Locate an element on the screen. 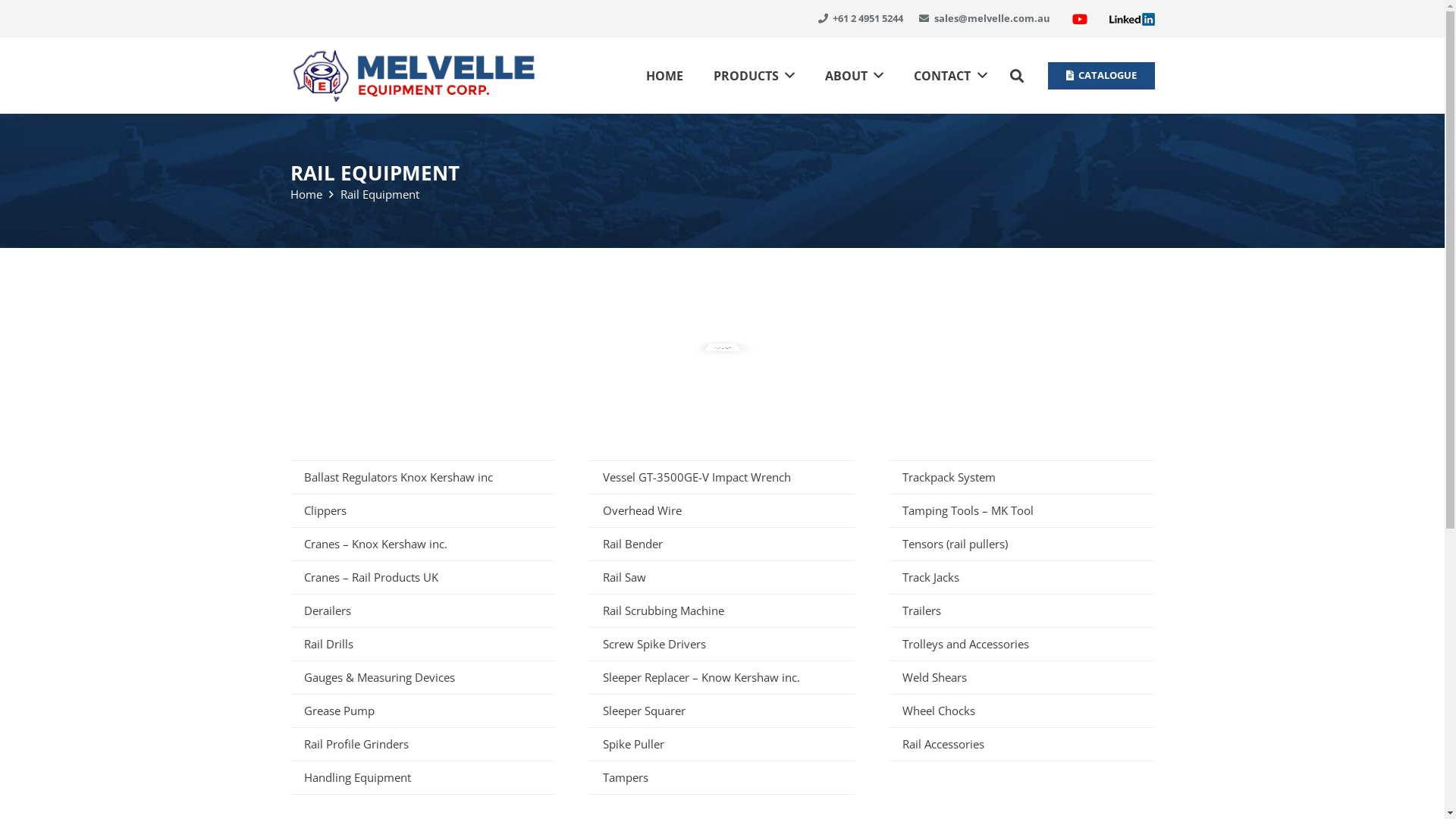 This screenshot has width=1456, height=819. 'Track Jacks' is located at coordinates (1021, 576).